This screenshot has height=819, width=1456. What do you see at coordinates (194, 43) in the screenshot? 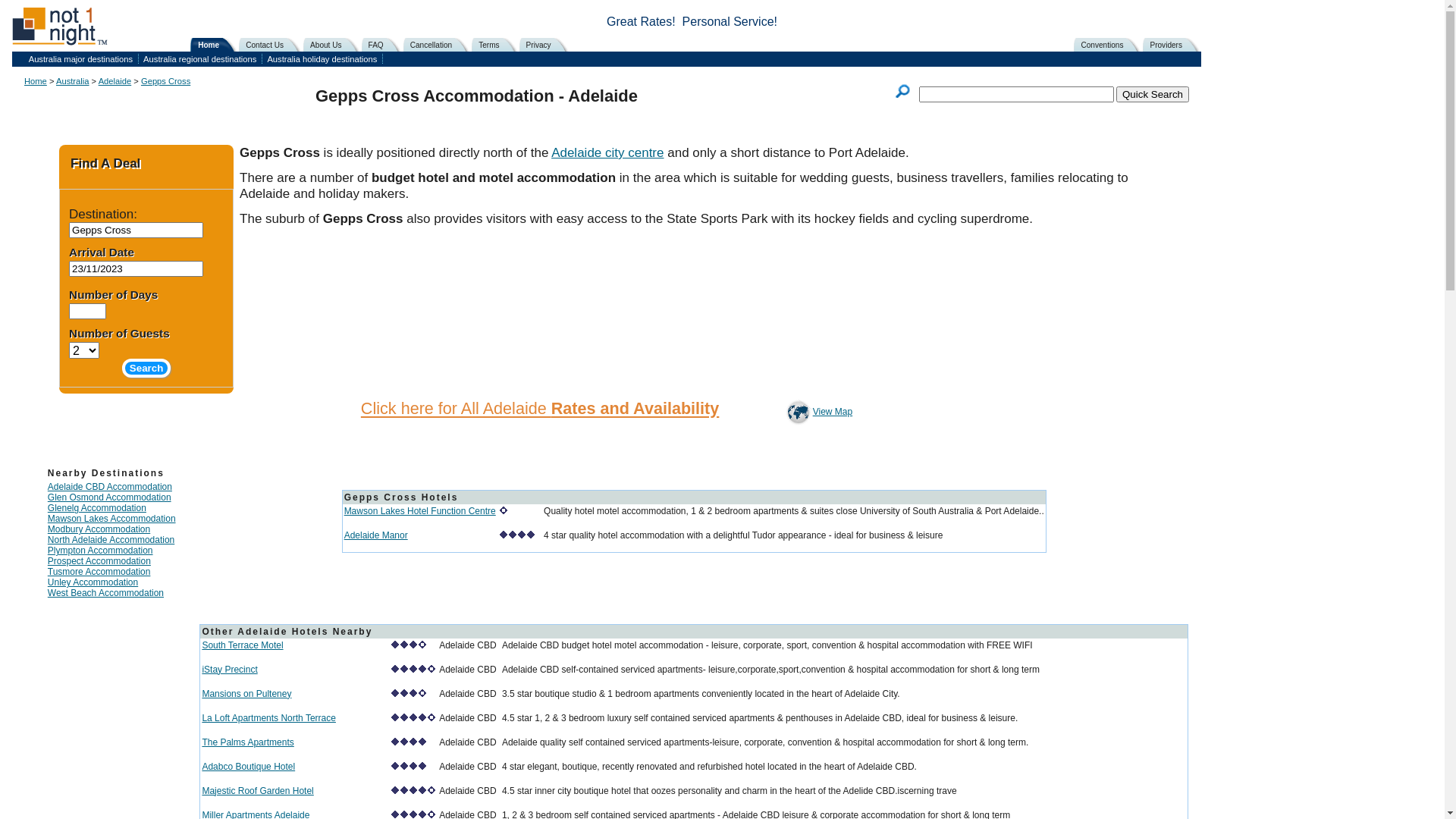
I see `'Home'` at bounding box center [194, 43].